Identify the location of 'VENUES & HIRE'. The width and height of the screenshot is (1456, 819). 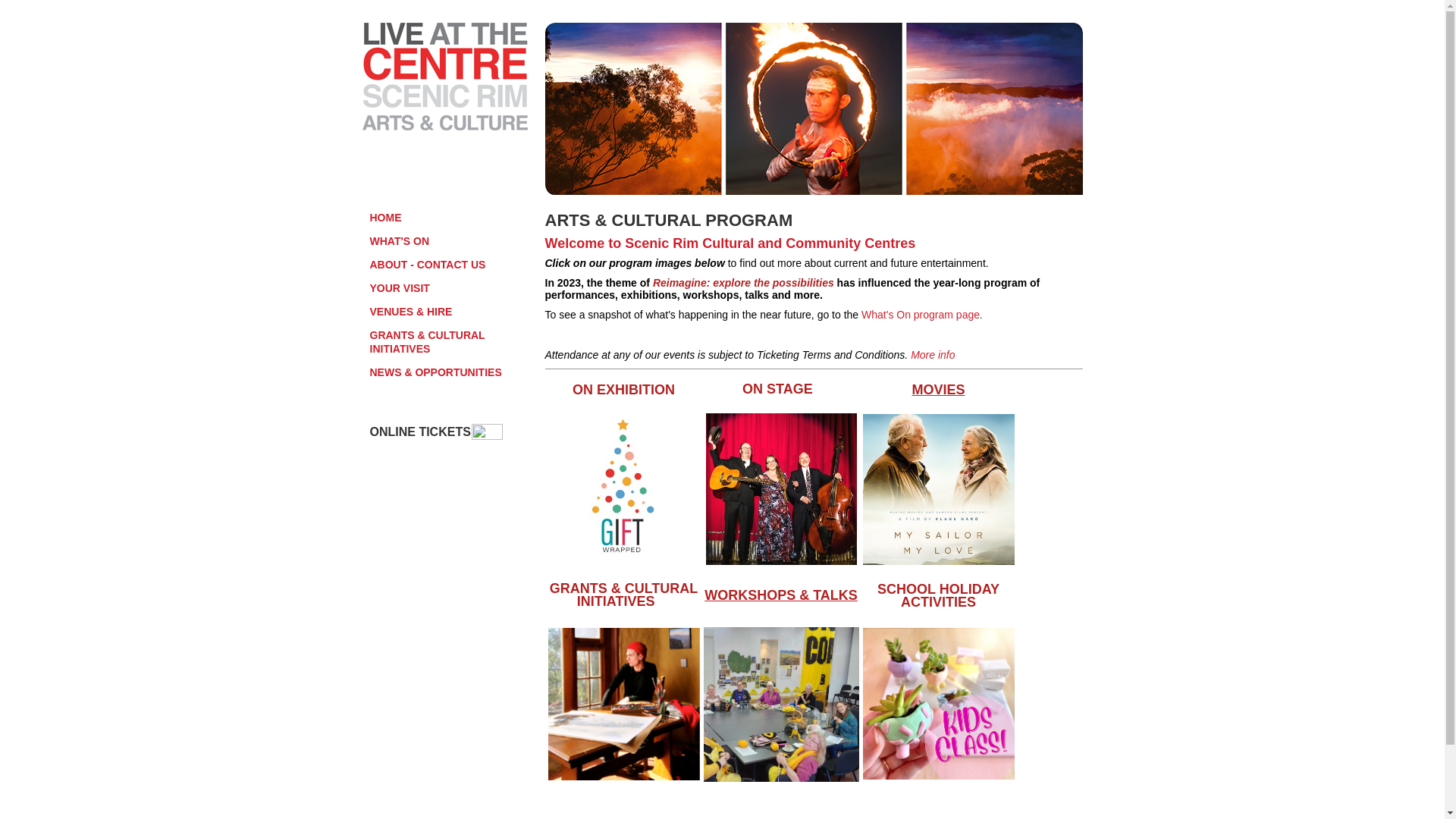
(450, 311).